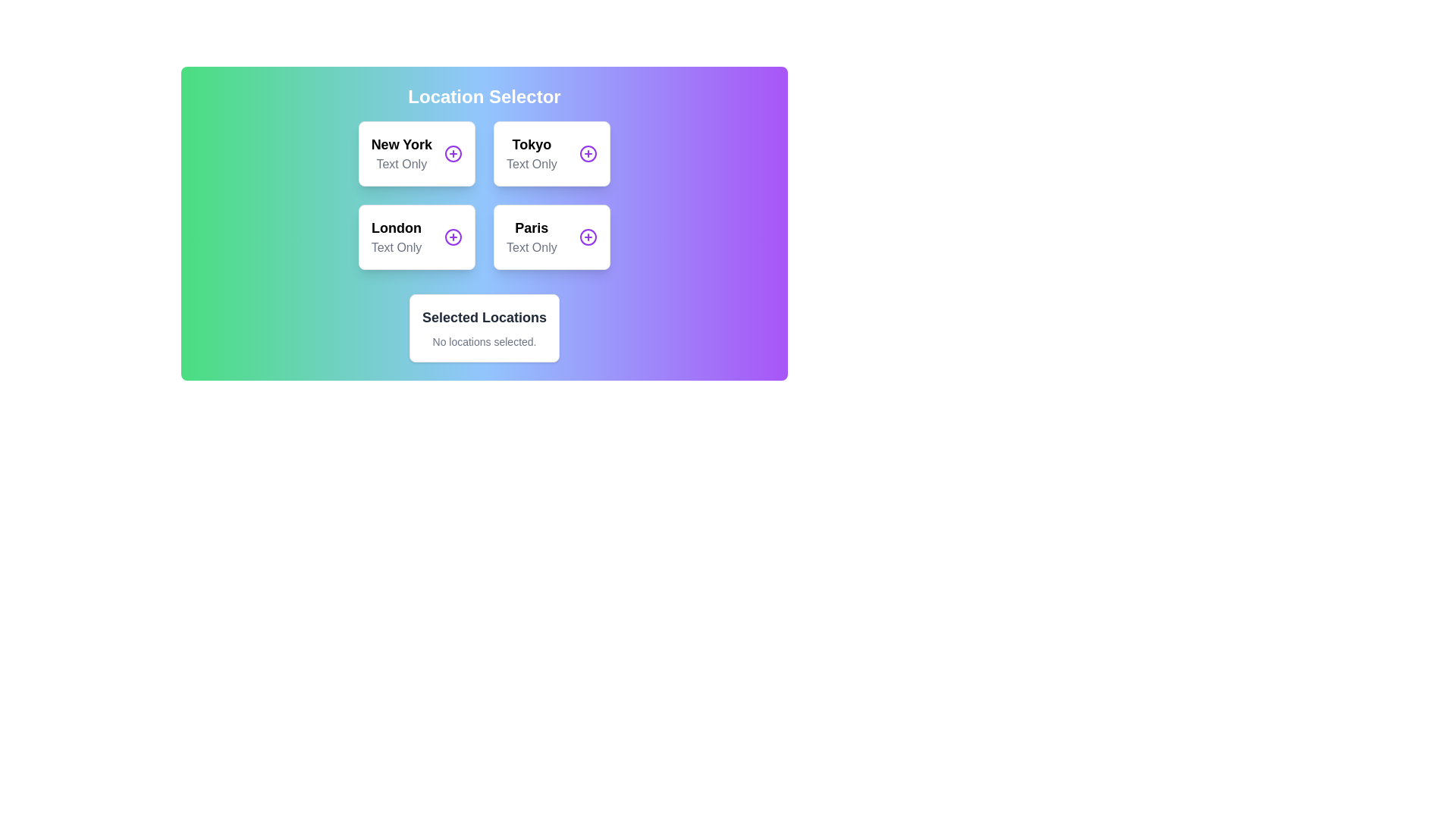 This screenshot has width=1456, height=819. Describe the element at coordinates (453, 237) in the screenshot. I see `the circular plus icon associated with the 'London' option, which is centrally positioned within its button in the grid layout` at that location.